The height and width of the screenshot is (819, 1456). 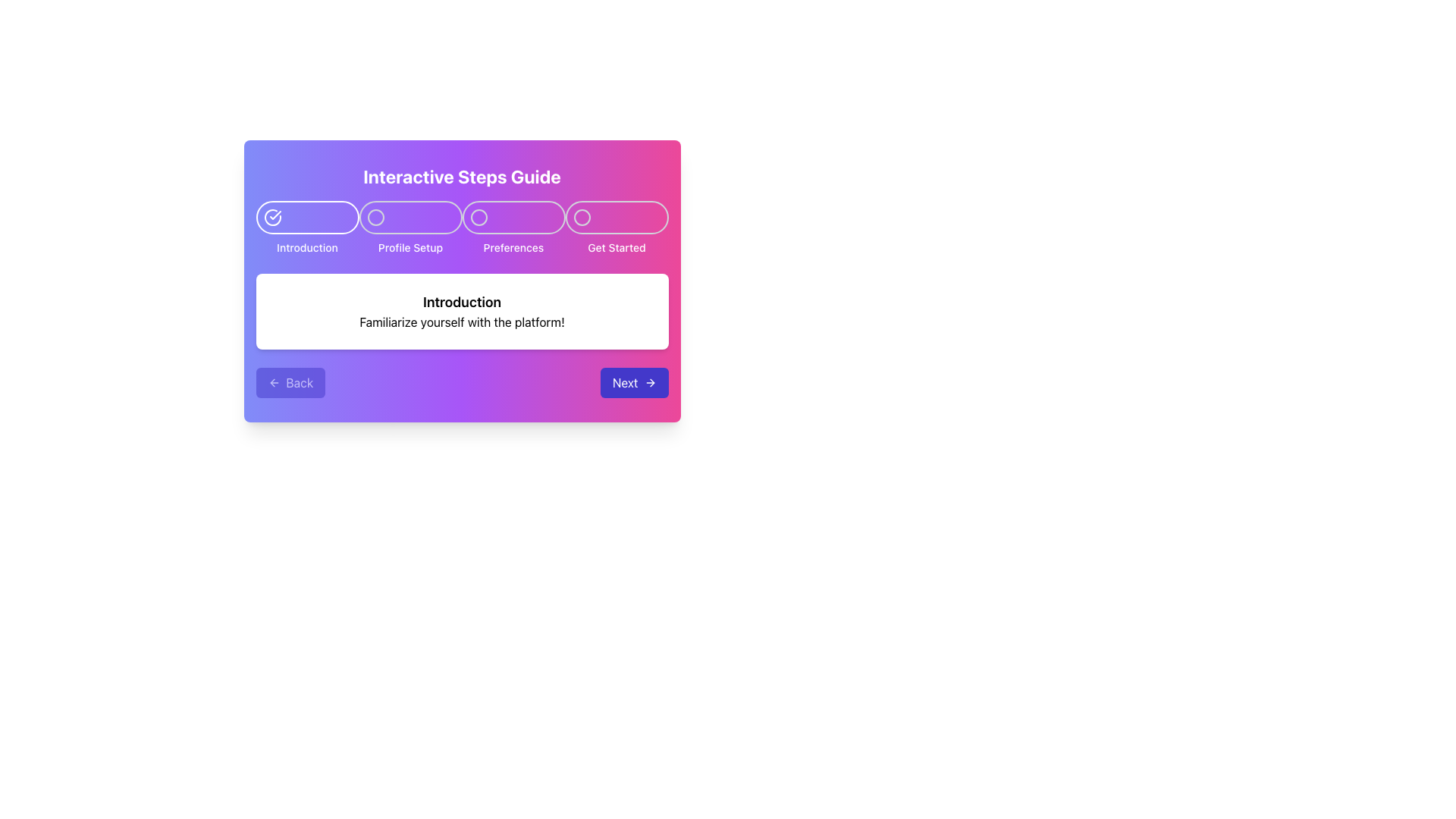 What do you see at coordinates (306, 227) in the screenshot?
I see `the Step indicator labeled 'Introduction' which features a circular icon with a white check mark above it` at bounding box center [306, 227].